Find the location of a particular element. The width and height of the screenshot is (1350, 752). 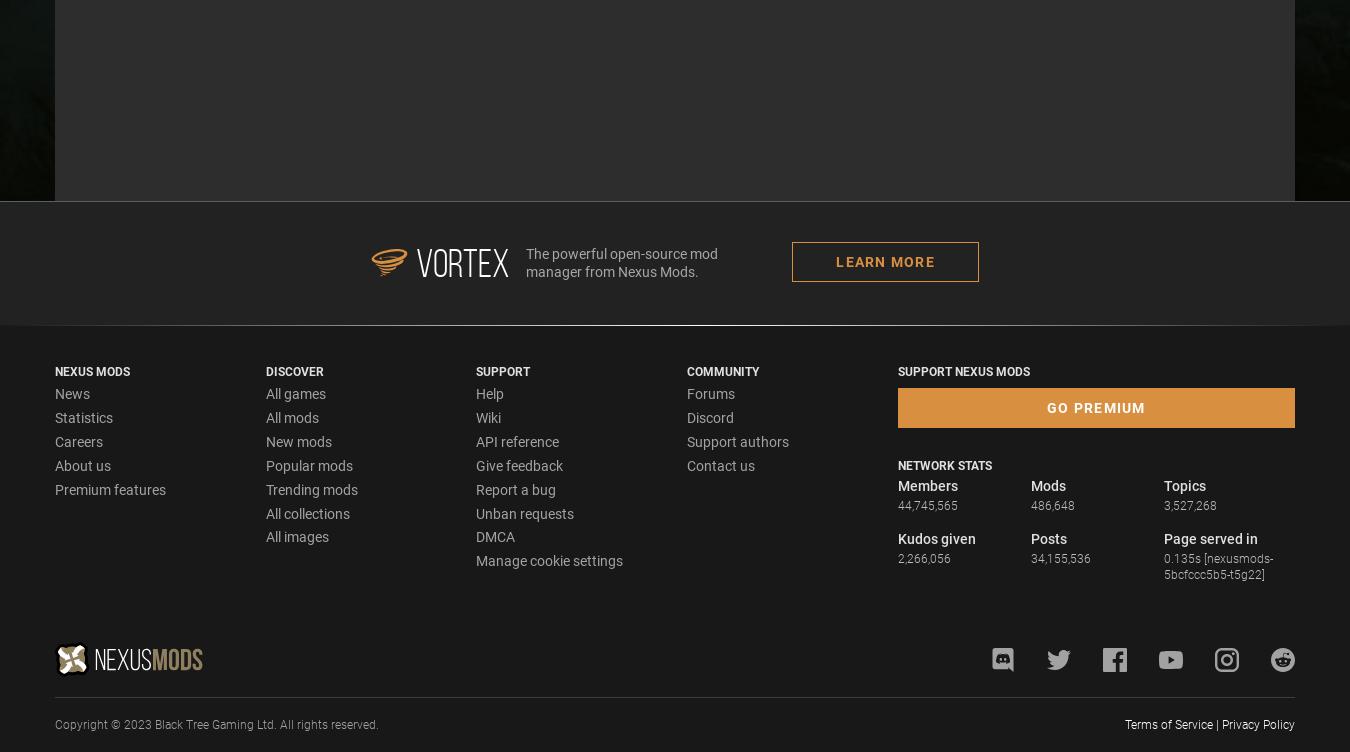

'44,745,565' is located at coordinates (926, 505).